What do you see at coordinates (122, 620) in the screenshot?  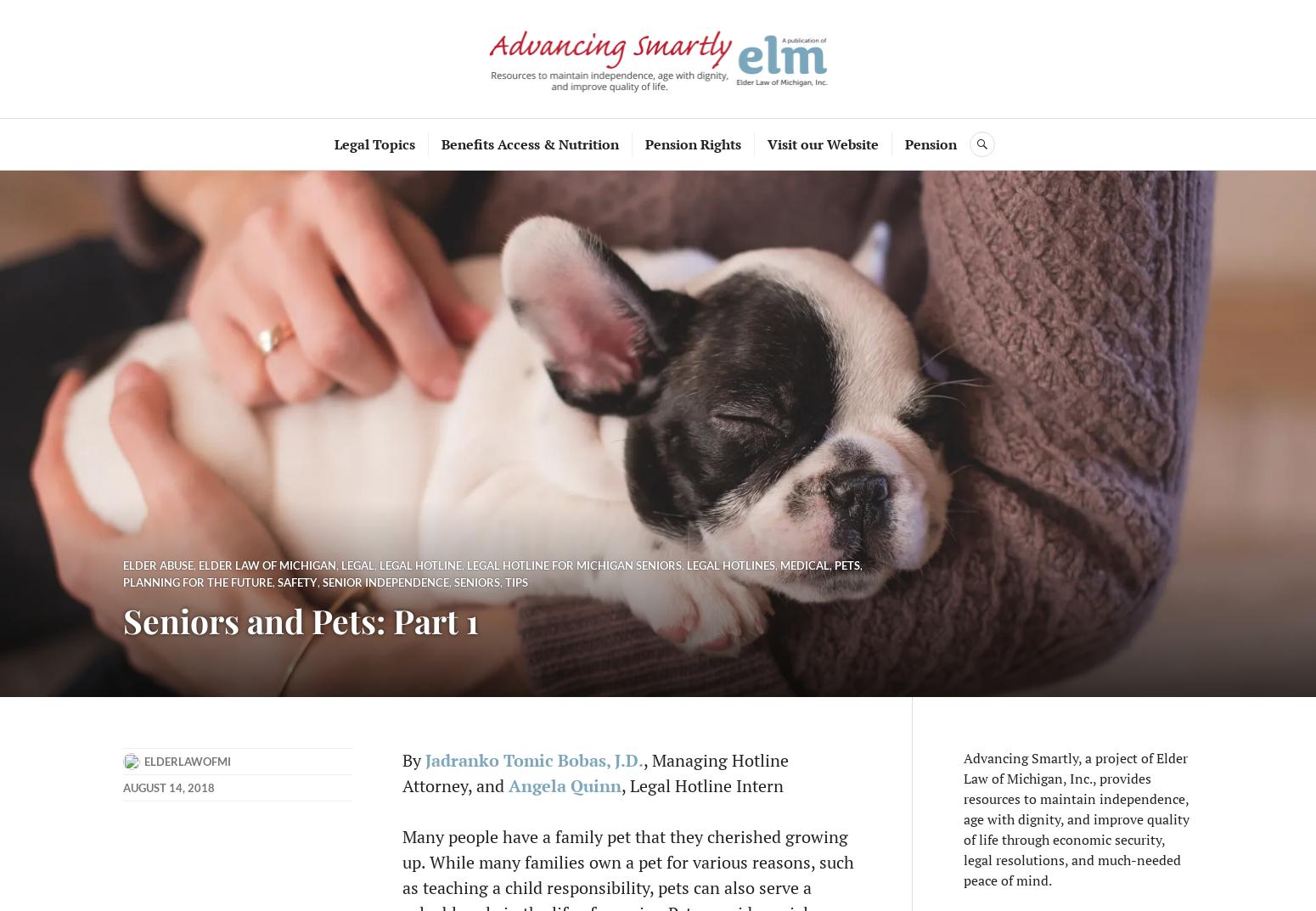 I see `'Seniors and Pets: Part 1'` at bounding box center [122, 620].